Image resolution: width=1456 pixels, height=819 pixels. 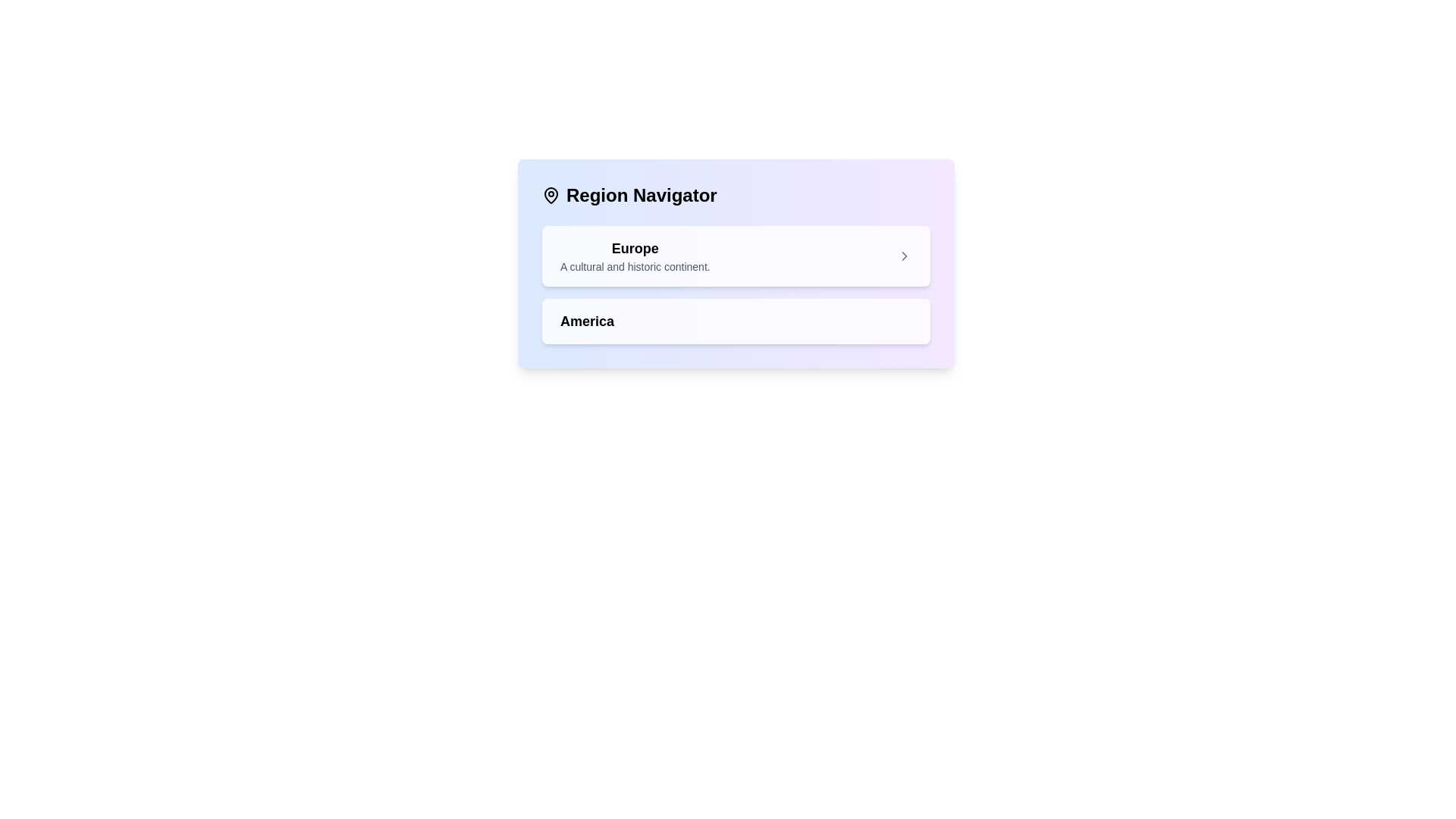 What do you see at coordinates (736, 256) in the screenshot?
I see `the clickable list item labeled 'Europe'` at bounding box center [736, 256].